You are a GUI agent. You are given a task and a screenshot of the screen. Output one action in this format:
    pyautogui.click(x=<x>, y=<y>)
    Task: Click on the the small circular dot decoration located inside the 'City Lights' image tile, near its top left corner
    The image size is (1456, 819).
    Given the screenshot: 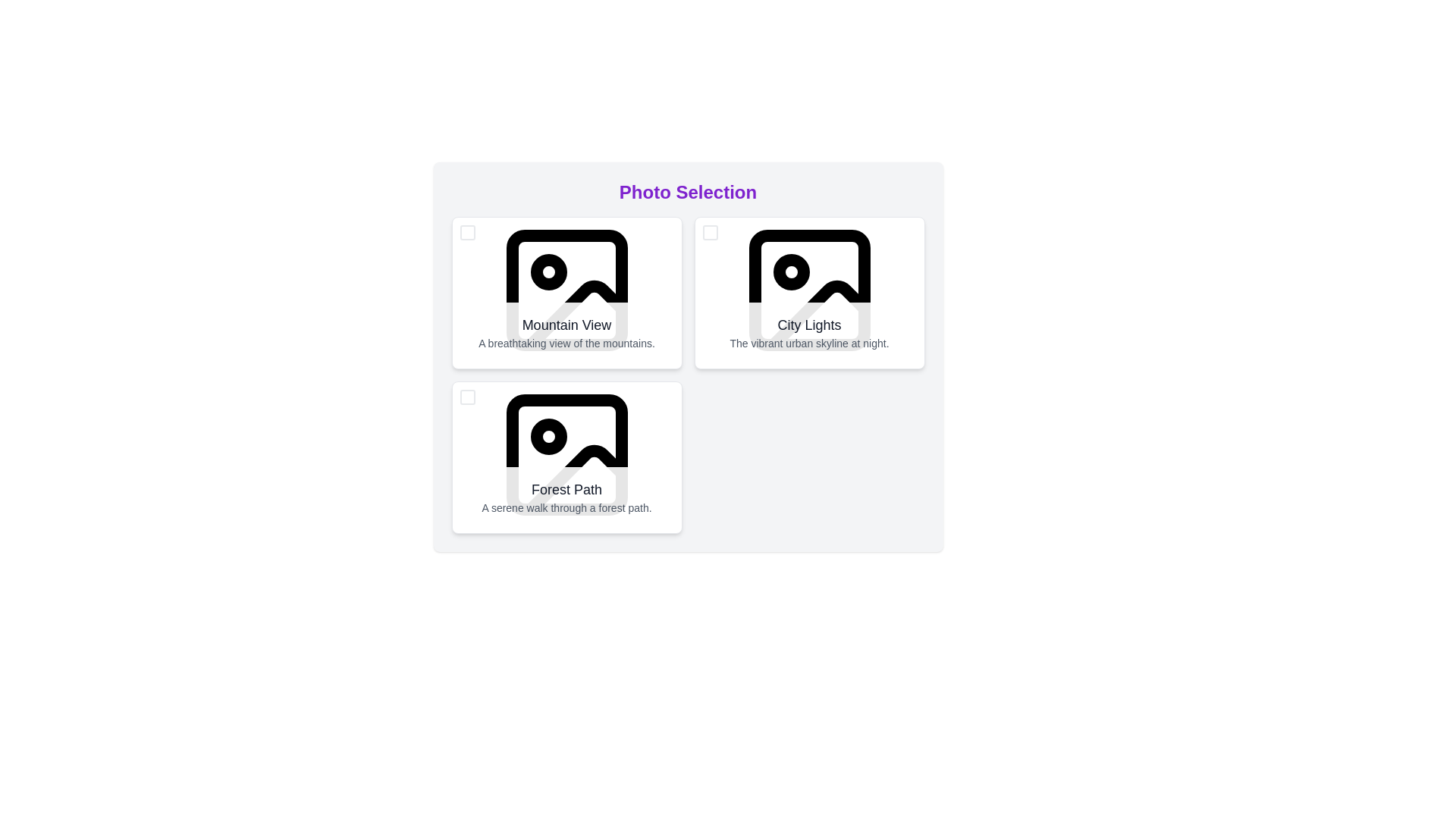 What is the action you would take?
    pyautogui.click(x=790, y=271)
    